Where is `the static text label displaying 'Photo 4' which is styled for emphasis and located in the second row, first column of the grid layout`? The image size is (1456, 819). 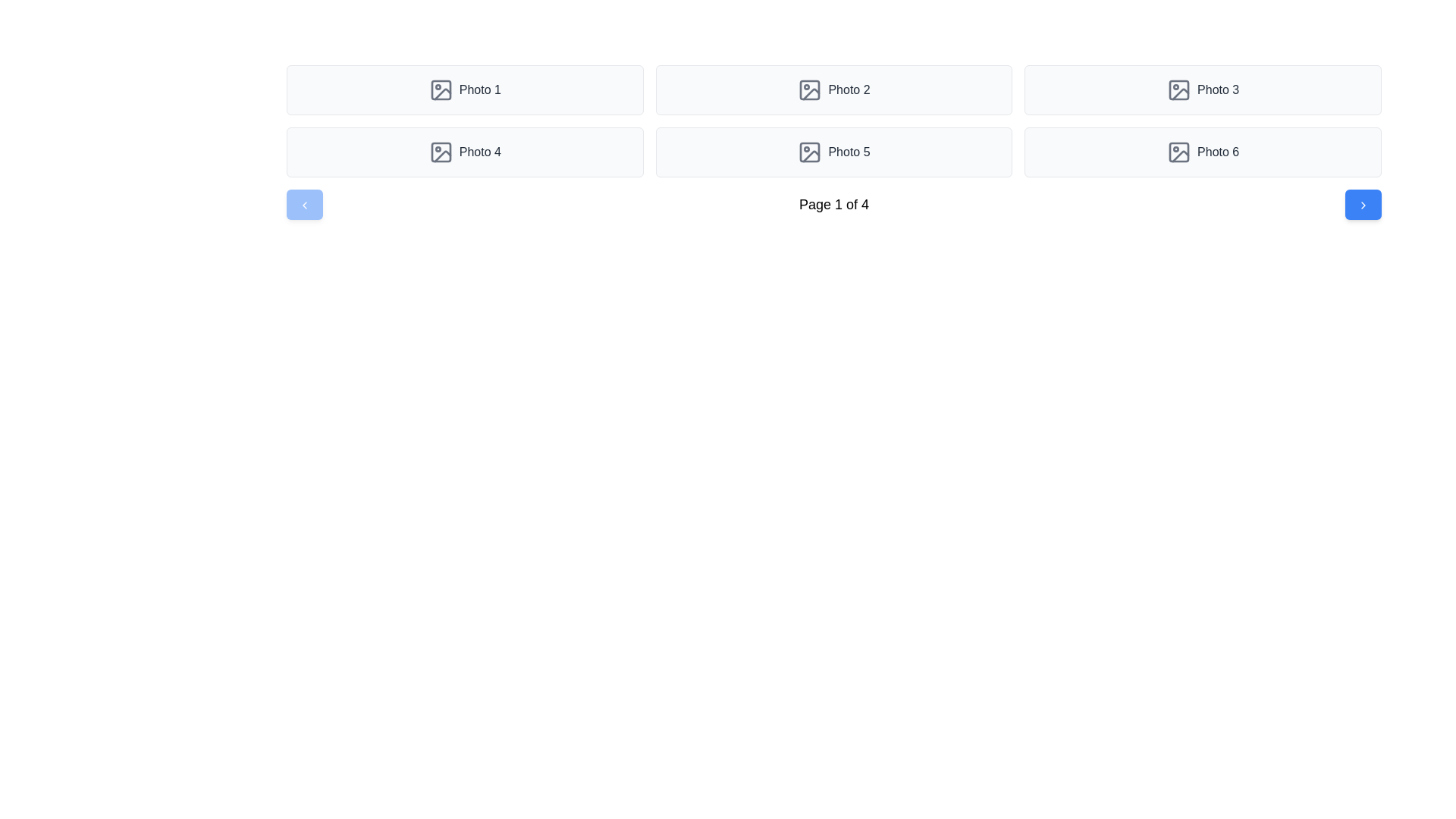
the static text label displaying 'Photo 4' which is styled for emphasis and located in the second row, first column of the grid layout is located at coordinates (479, 152).